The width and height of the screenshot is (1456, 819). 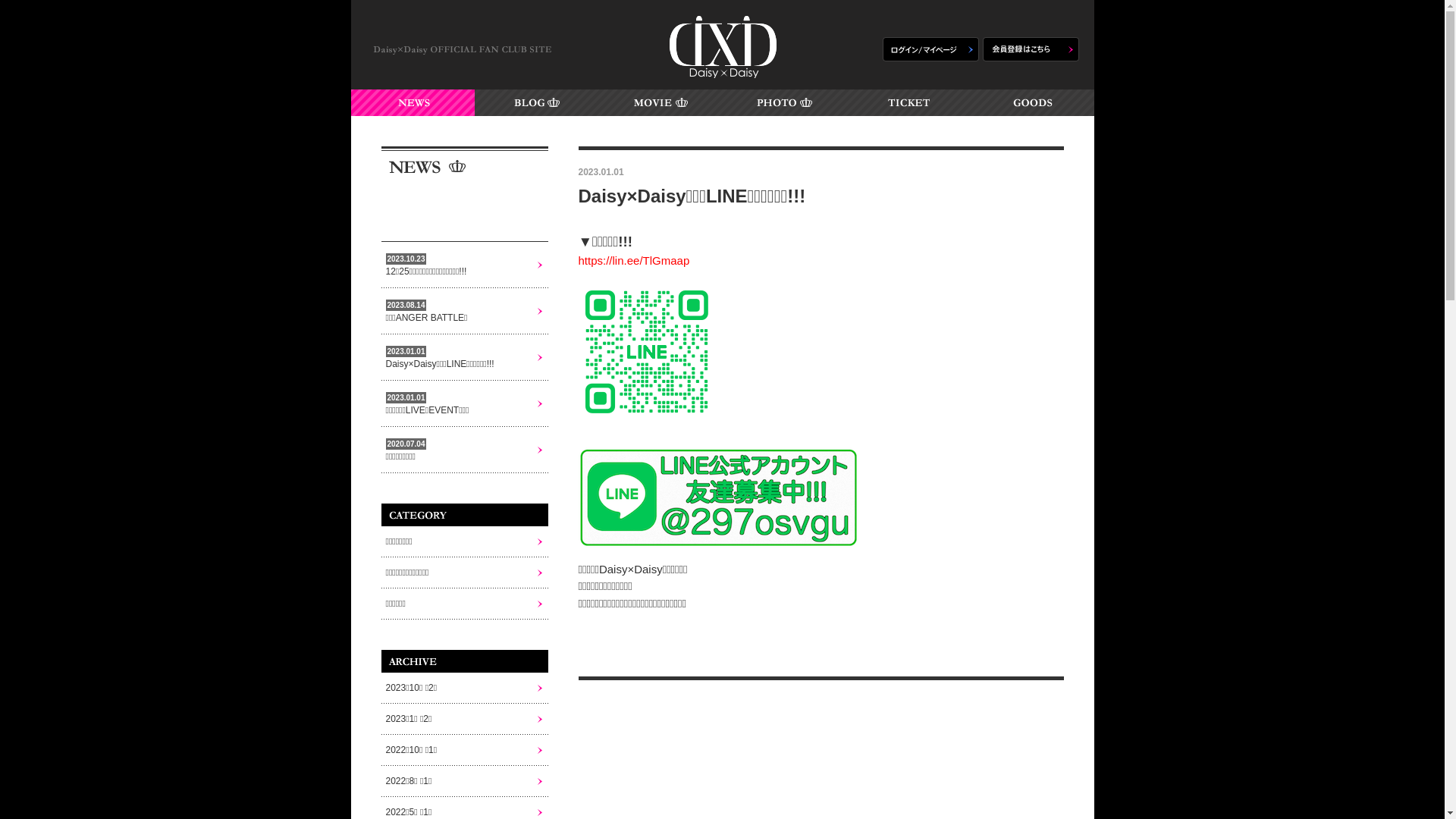 I want to click on 'https://lin.ee/TlGmaap', so click(x=633, y=259).